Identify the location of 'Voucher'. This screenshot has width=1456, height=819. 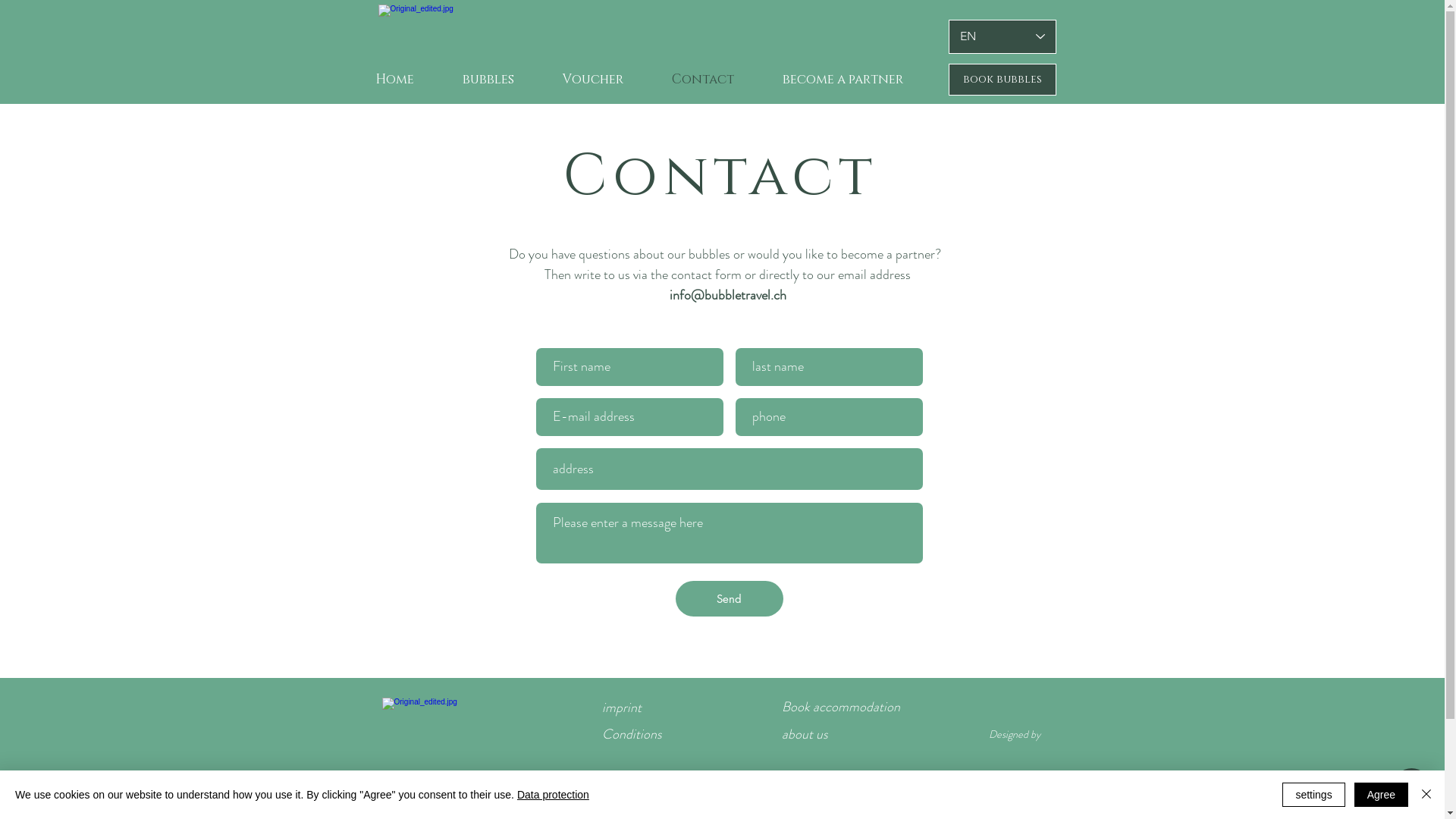
(592, 79).